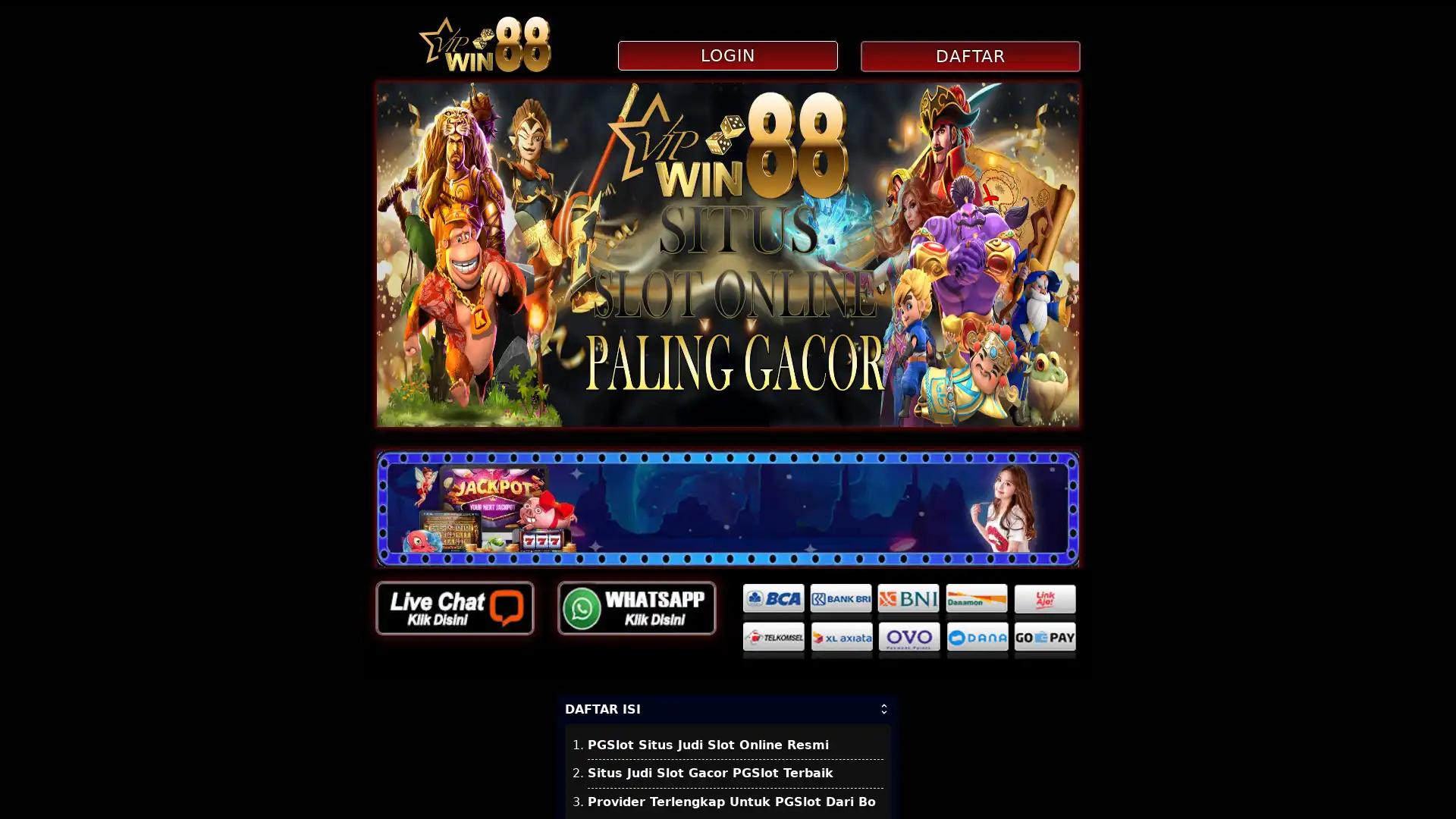  Describe the element at coordinates (726, 55) in the screenshot. I see `LOGIN` at that location.